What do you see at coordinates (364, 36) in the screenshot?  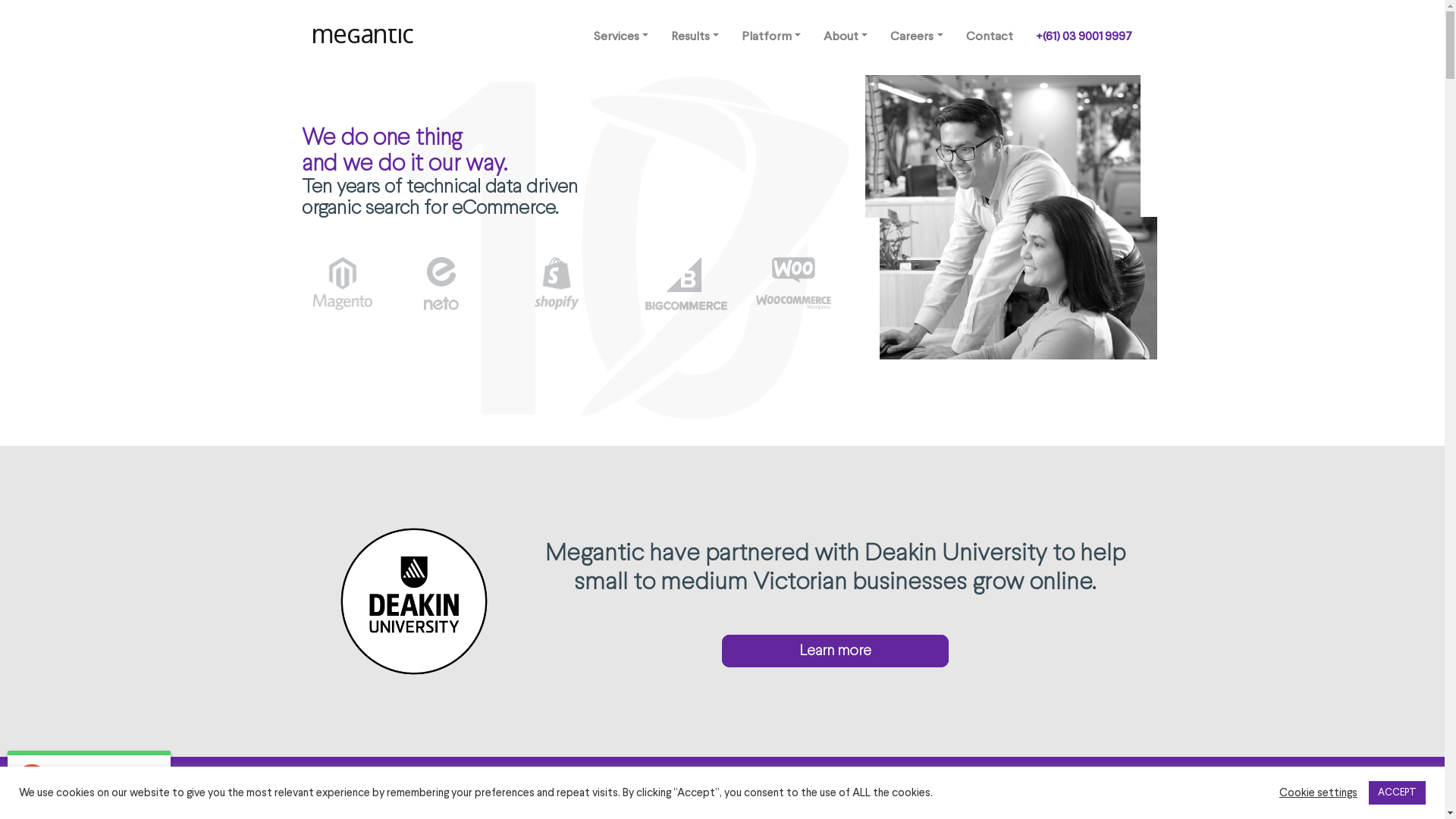 I see `'megantic'` at bounding box center [364, 36].